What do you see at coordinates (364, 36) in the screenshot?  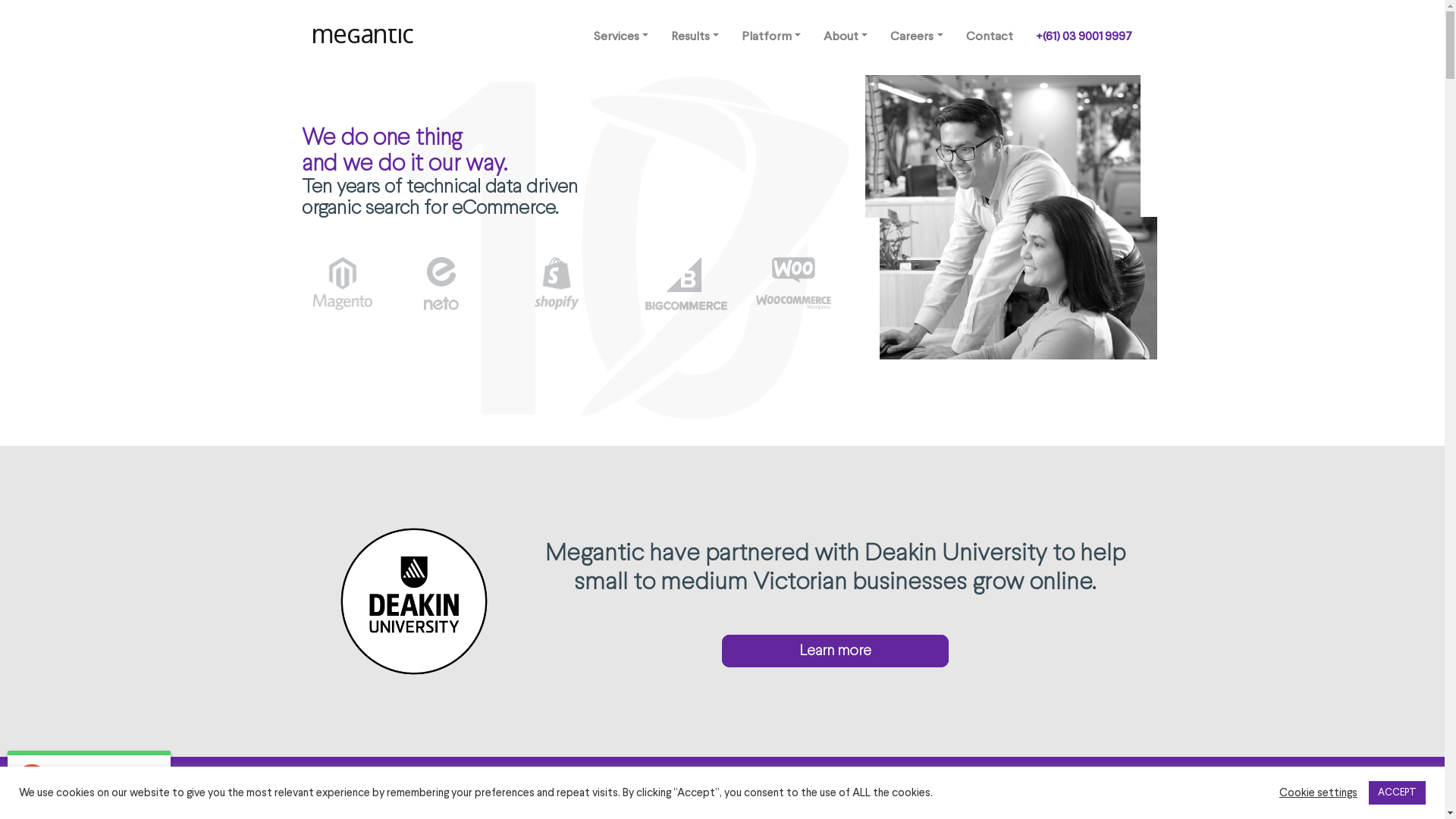 I see `'megantic'` at bounding box center [364, 36].